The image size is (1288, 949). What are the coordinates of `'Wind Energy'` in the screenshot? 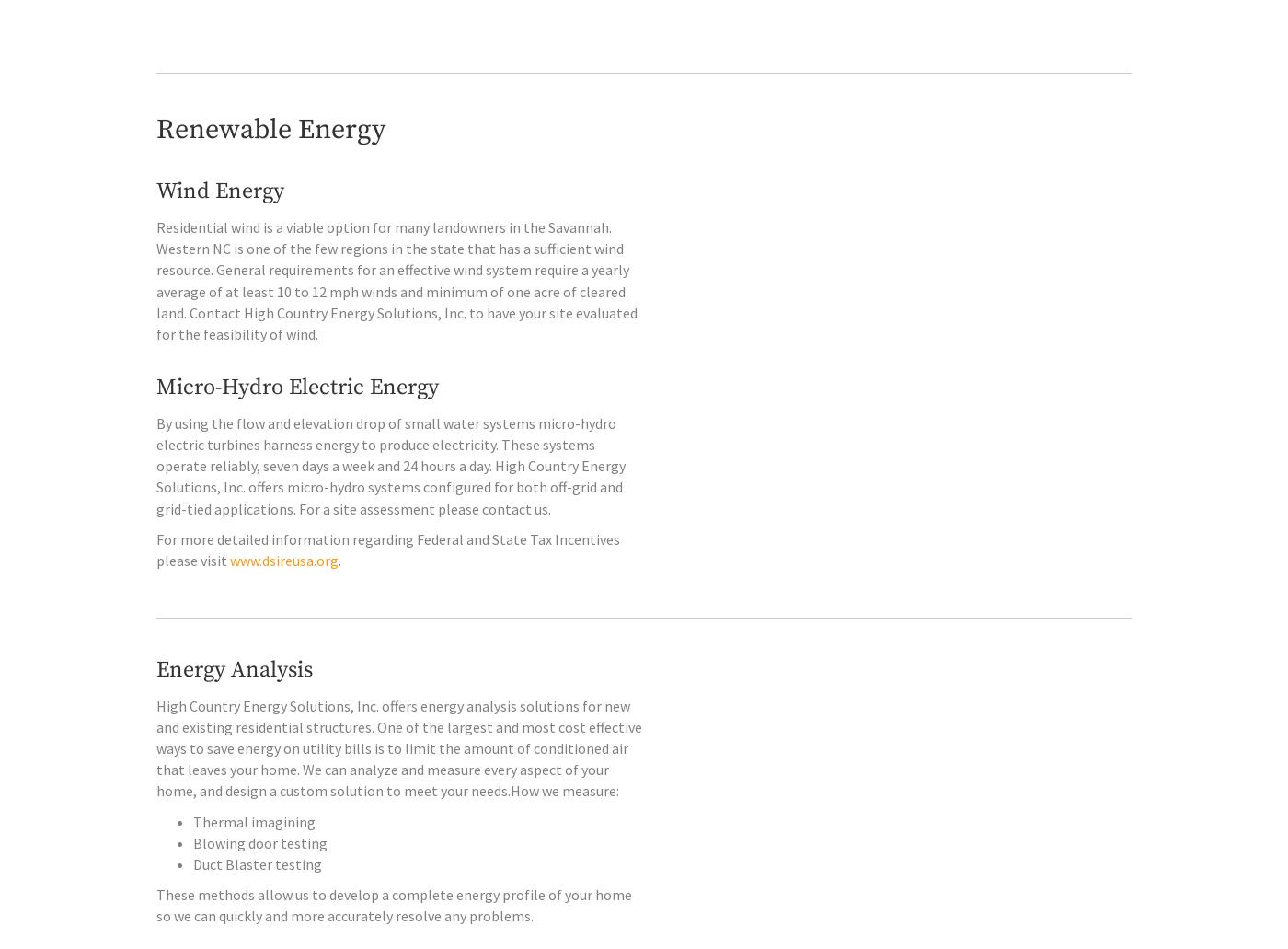 It's located at (220, 230).